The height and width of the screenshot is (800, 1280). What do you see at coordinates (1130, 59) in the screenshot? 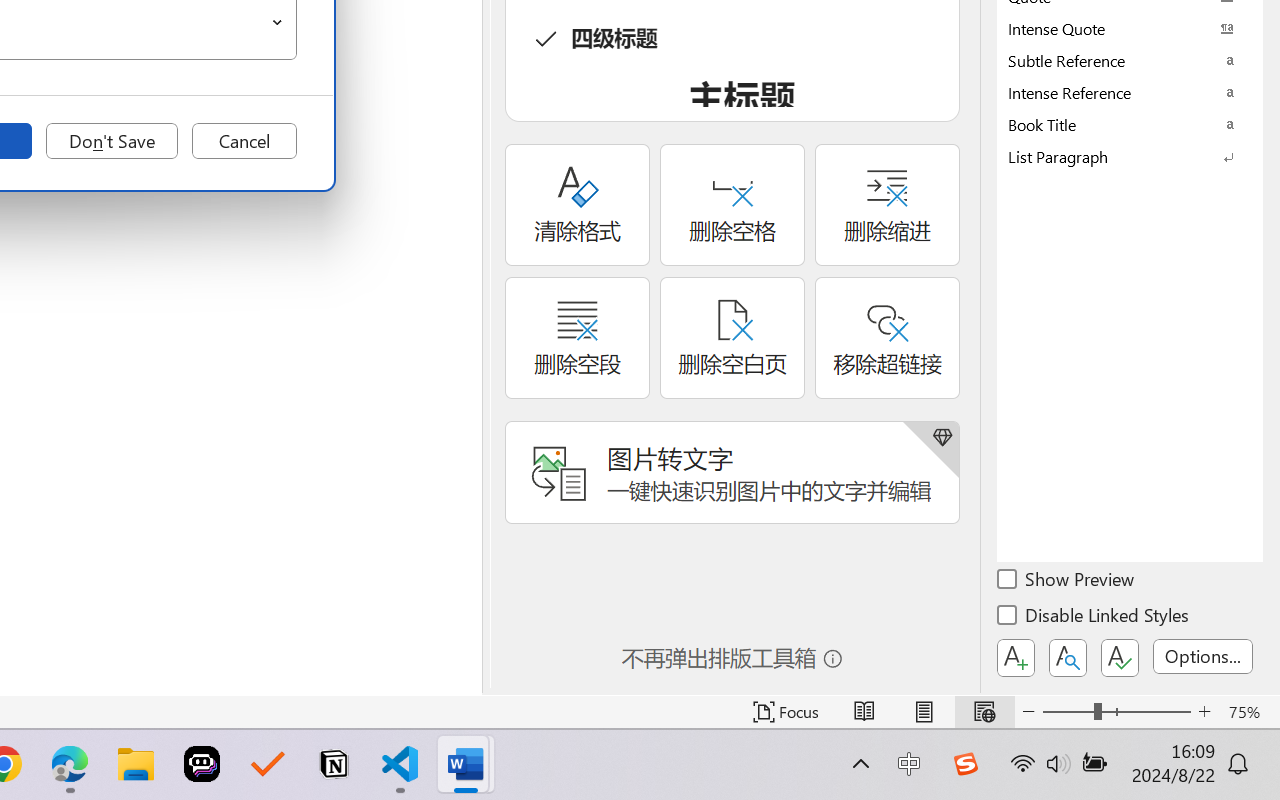
I see `'Subtle Reference'` at bounding box center [1130, 59].